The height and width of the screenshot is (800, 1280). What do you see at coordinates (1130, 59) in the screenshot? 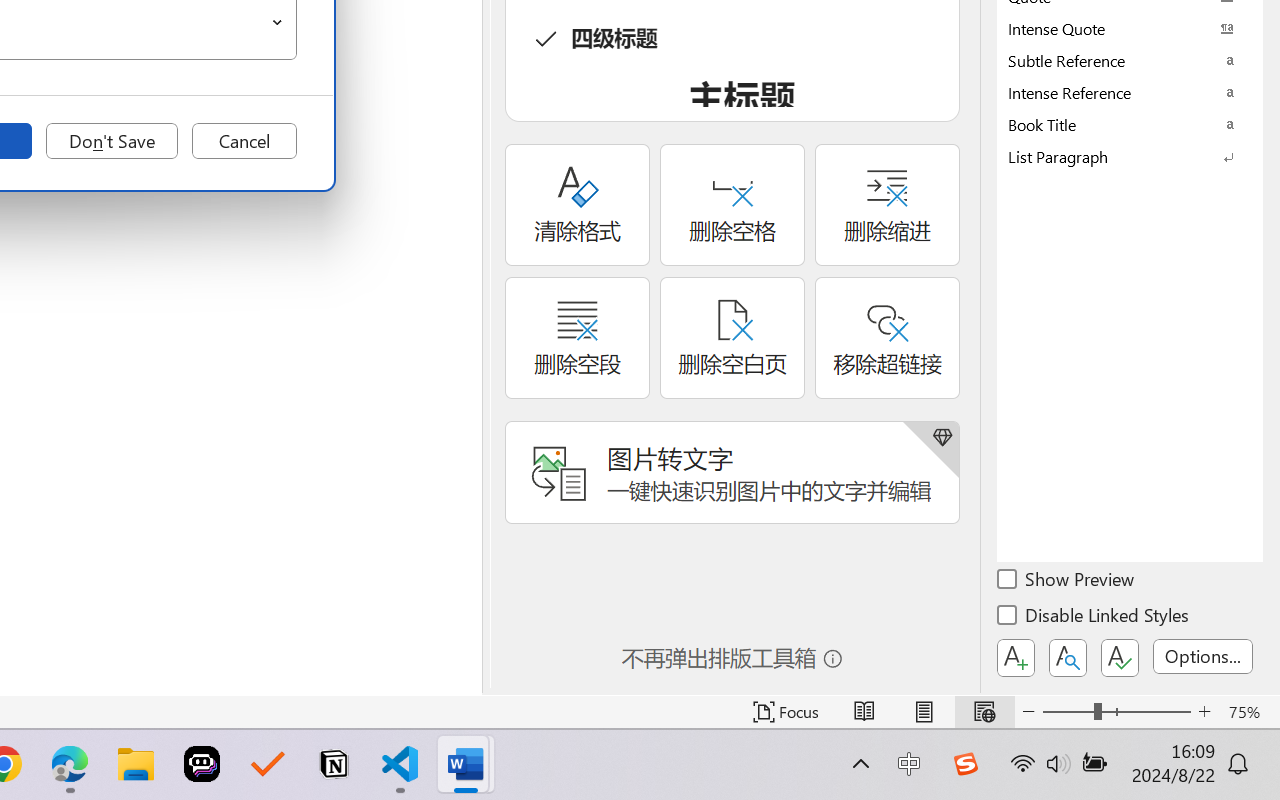
I see `'Subtle Reference'` at bounding box center [1130, 59].